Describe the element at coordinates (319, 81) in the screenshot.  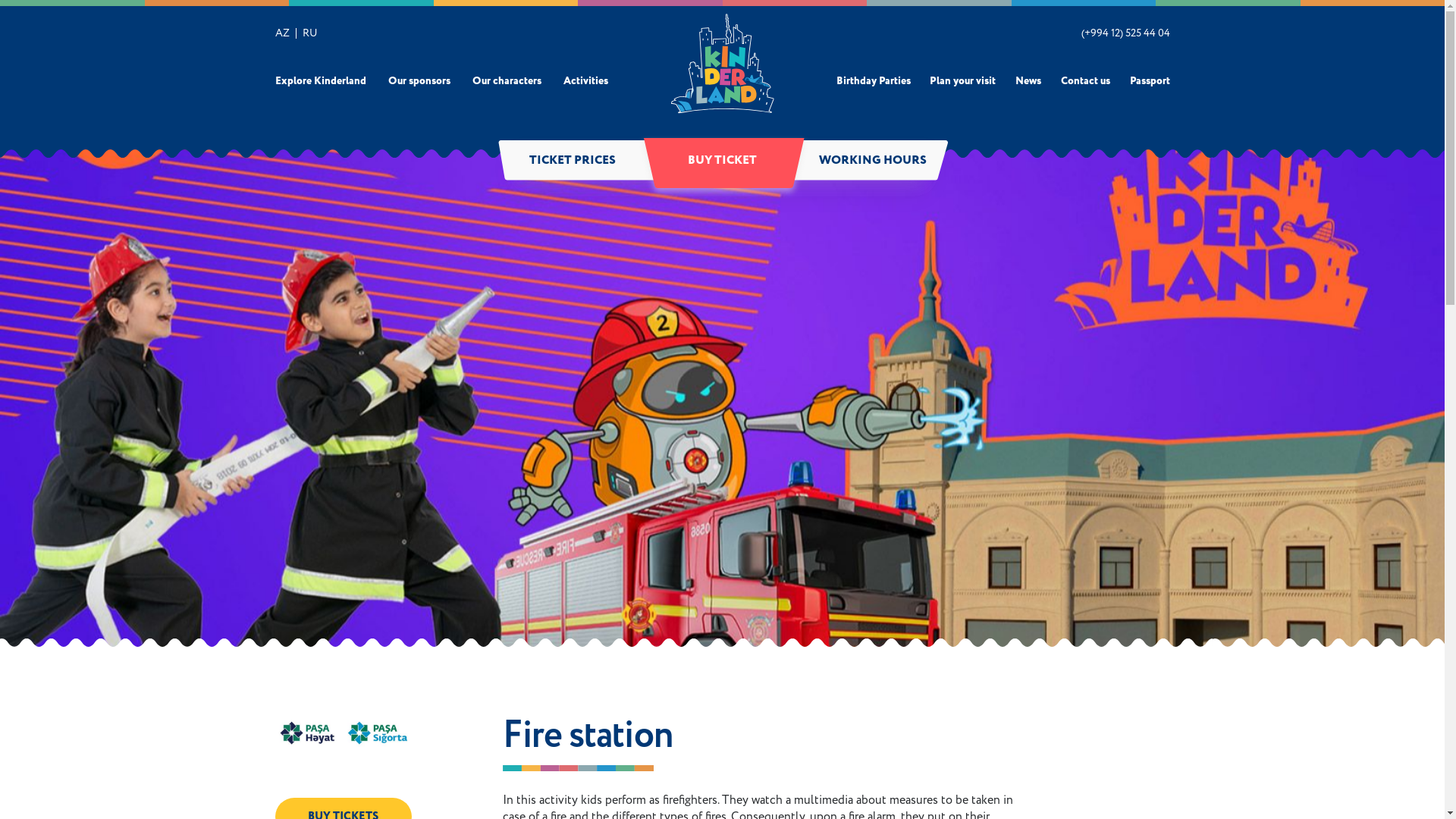
I see `'Explore Kinderland'` at that location.